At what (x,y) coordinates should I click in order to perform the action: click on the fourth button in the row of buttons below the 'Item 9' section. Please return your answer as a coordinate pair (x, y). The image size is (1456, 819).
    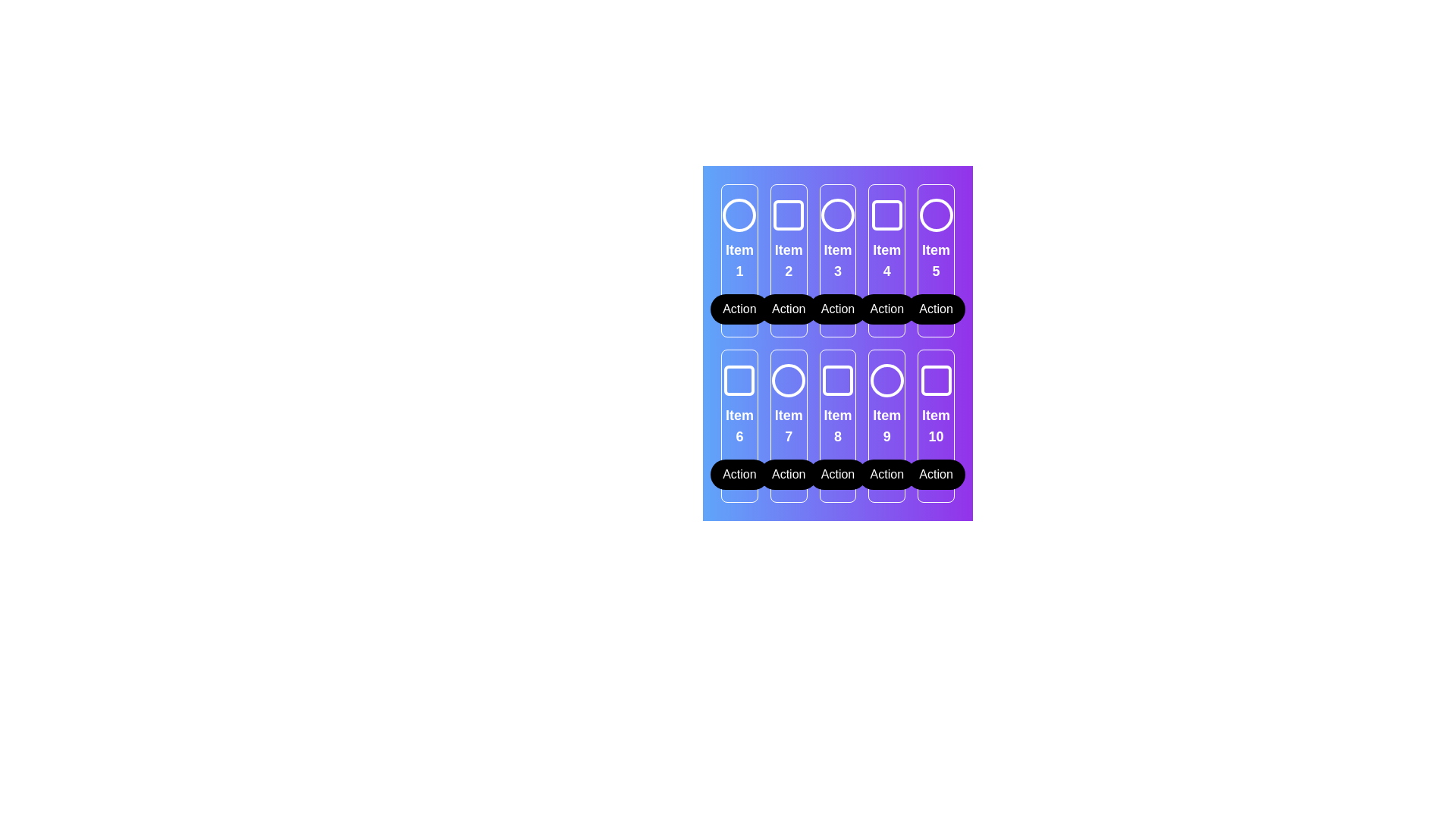
    Looking at the image, I should click on (886, 473).